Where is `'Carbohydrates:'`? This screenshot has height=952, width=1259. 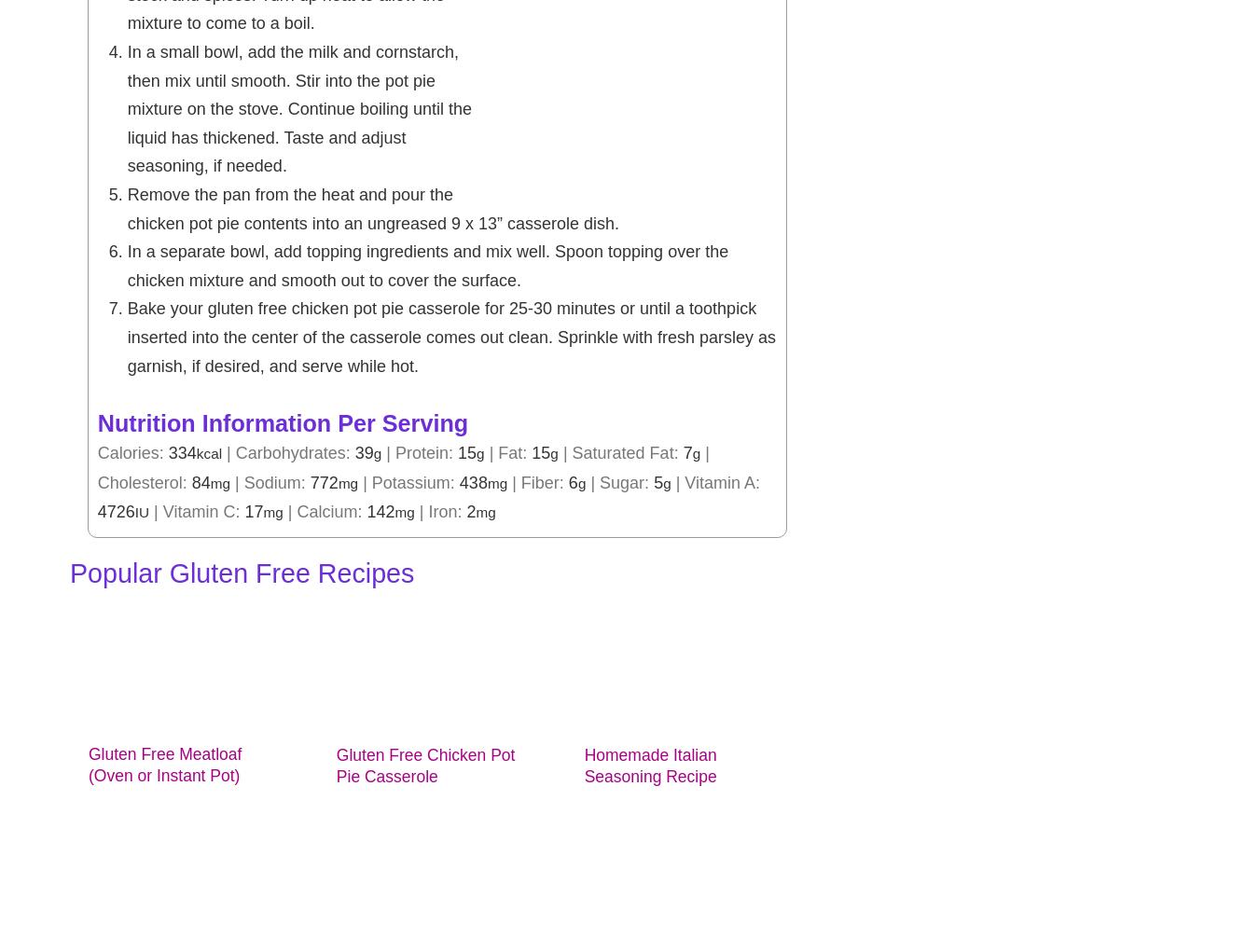
'Carbohydrates:' is located at coordinates (294, 451).